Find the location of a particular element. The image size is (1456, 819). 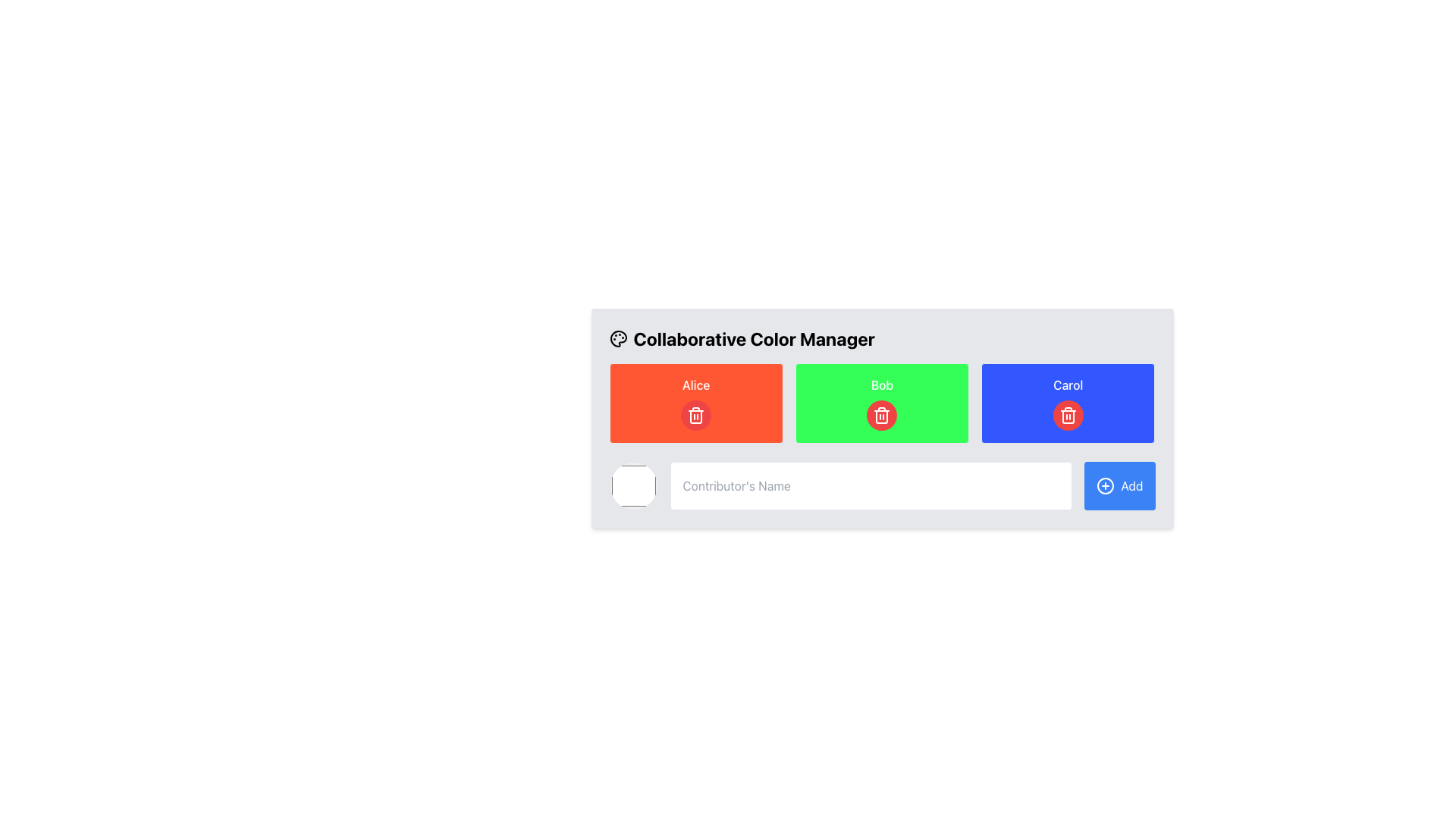

the red circular button with a white trash can icon located below the text 'Alice' in the 'Collaborative Color Manager' section is located at coordinates (695, 415).